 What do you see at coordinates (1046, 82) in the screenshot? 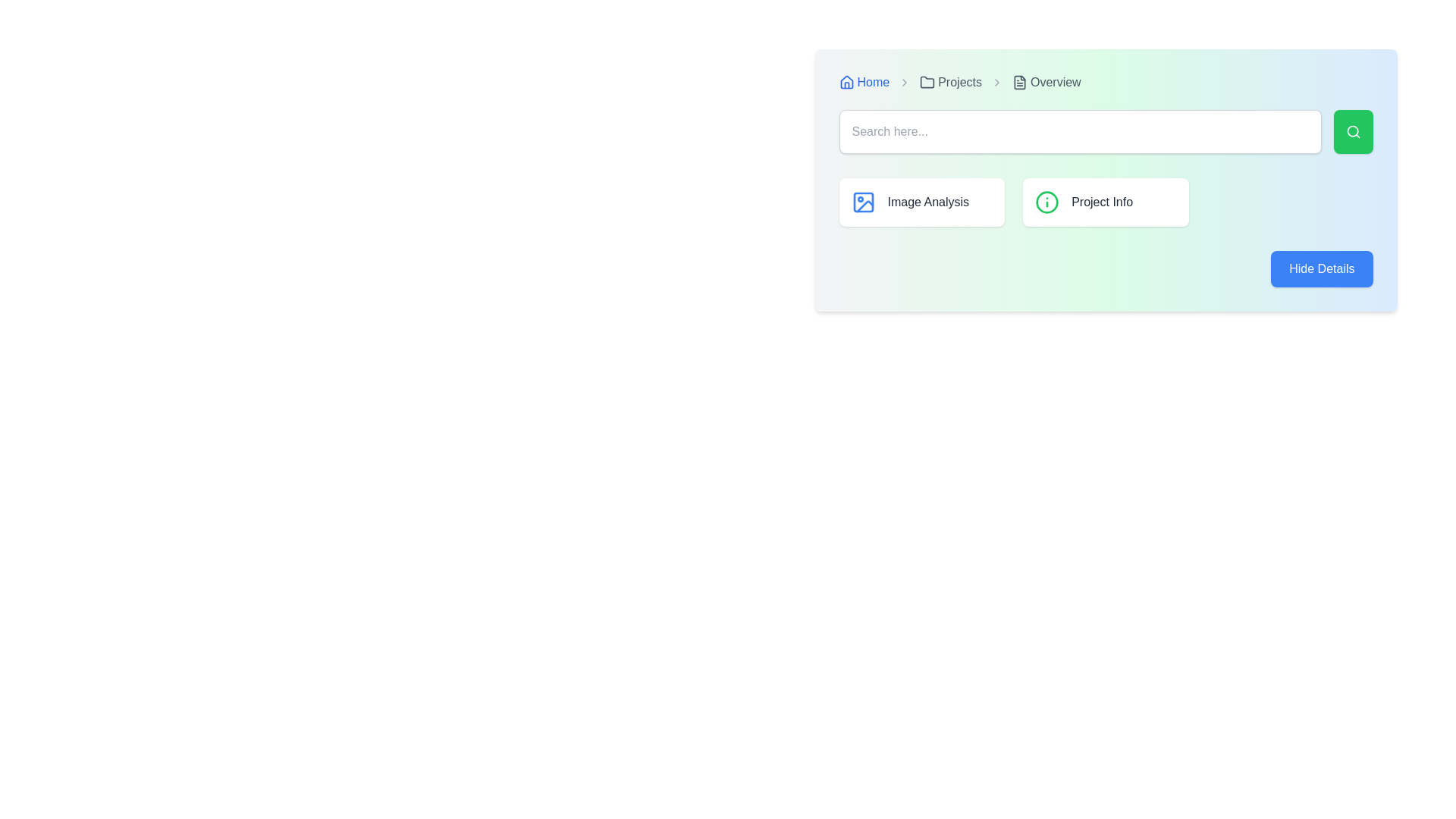
I see `the last item in the breadcrumb navigation trail, which indicates the current section of the application and is positioned on the top-right portion of the page` at bounding box center [1046, 82].